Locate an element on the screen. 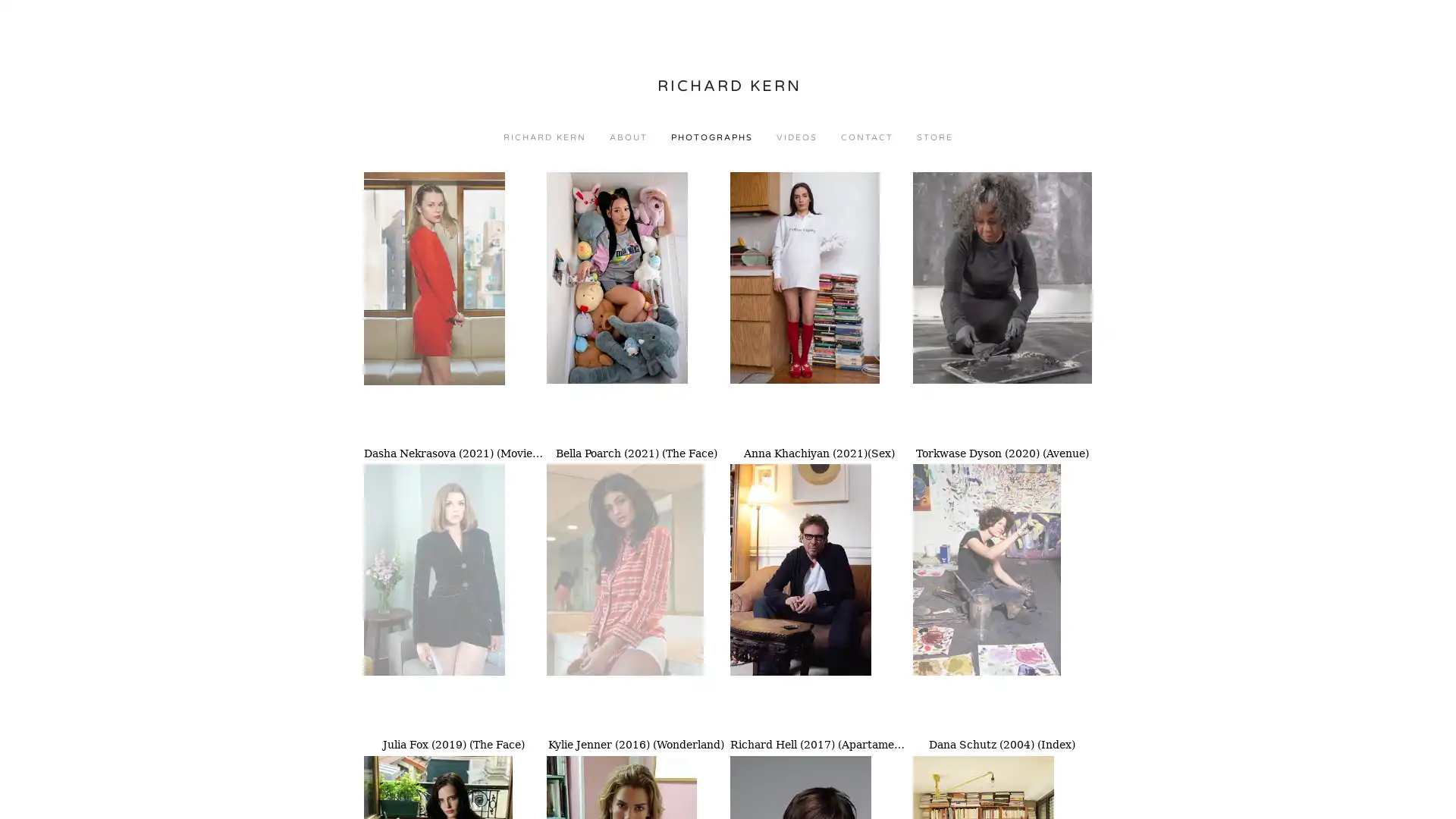 This screenshot has height=819, width=1456. View fullsize Torkwase Dyson (2020) (Avenue) is located at coordinates (1002, 306).